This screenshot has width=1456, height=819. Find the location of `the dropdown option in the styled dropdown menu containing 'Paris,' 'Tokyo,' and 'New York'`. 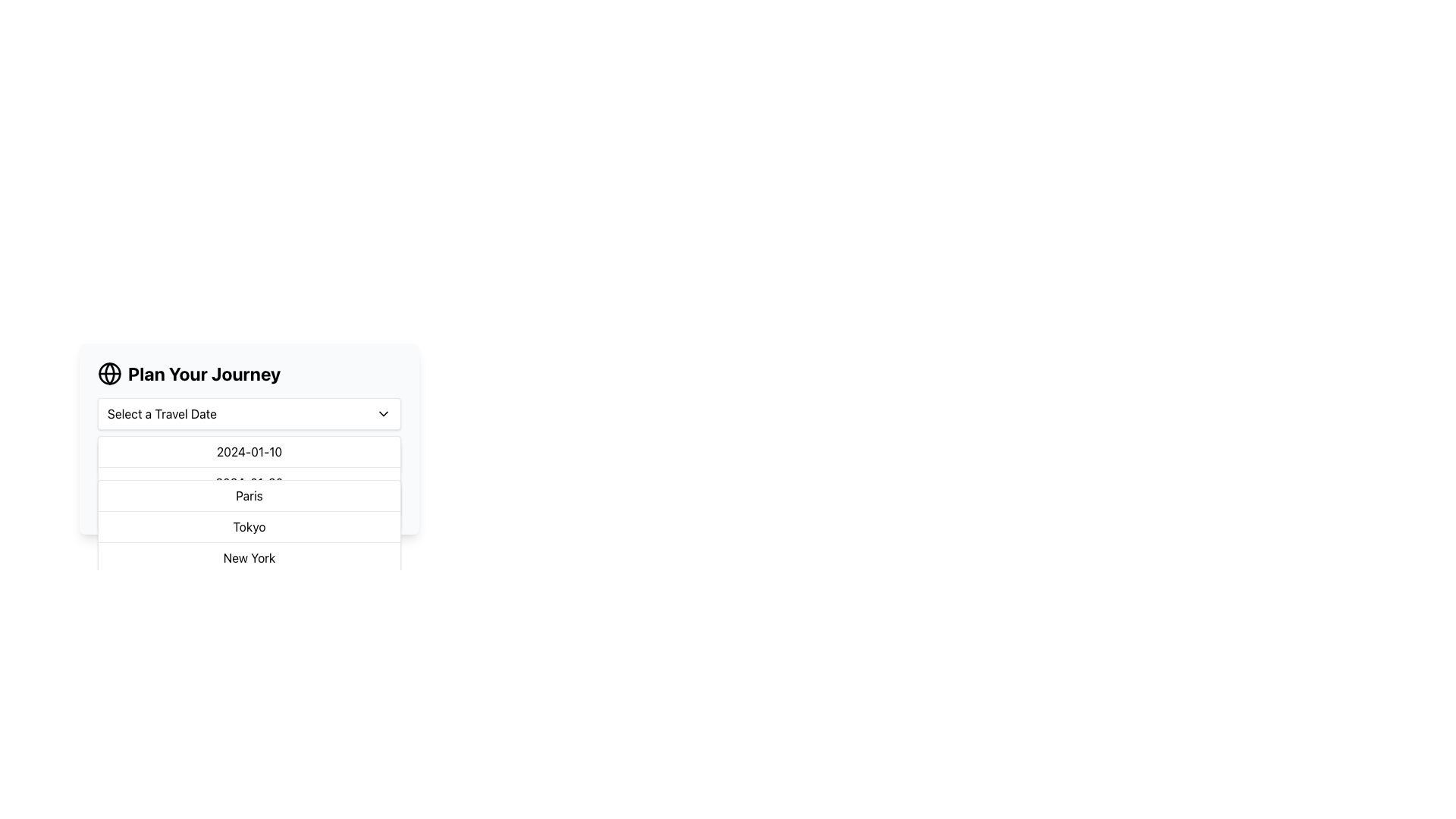

the dropdown option in the styled dropdown menu containing 'Paris,' 'Tokyo,' and 'New York' is located at coordinates (249, 526).